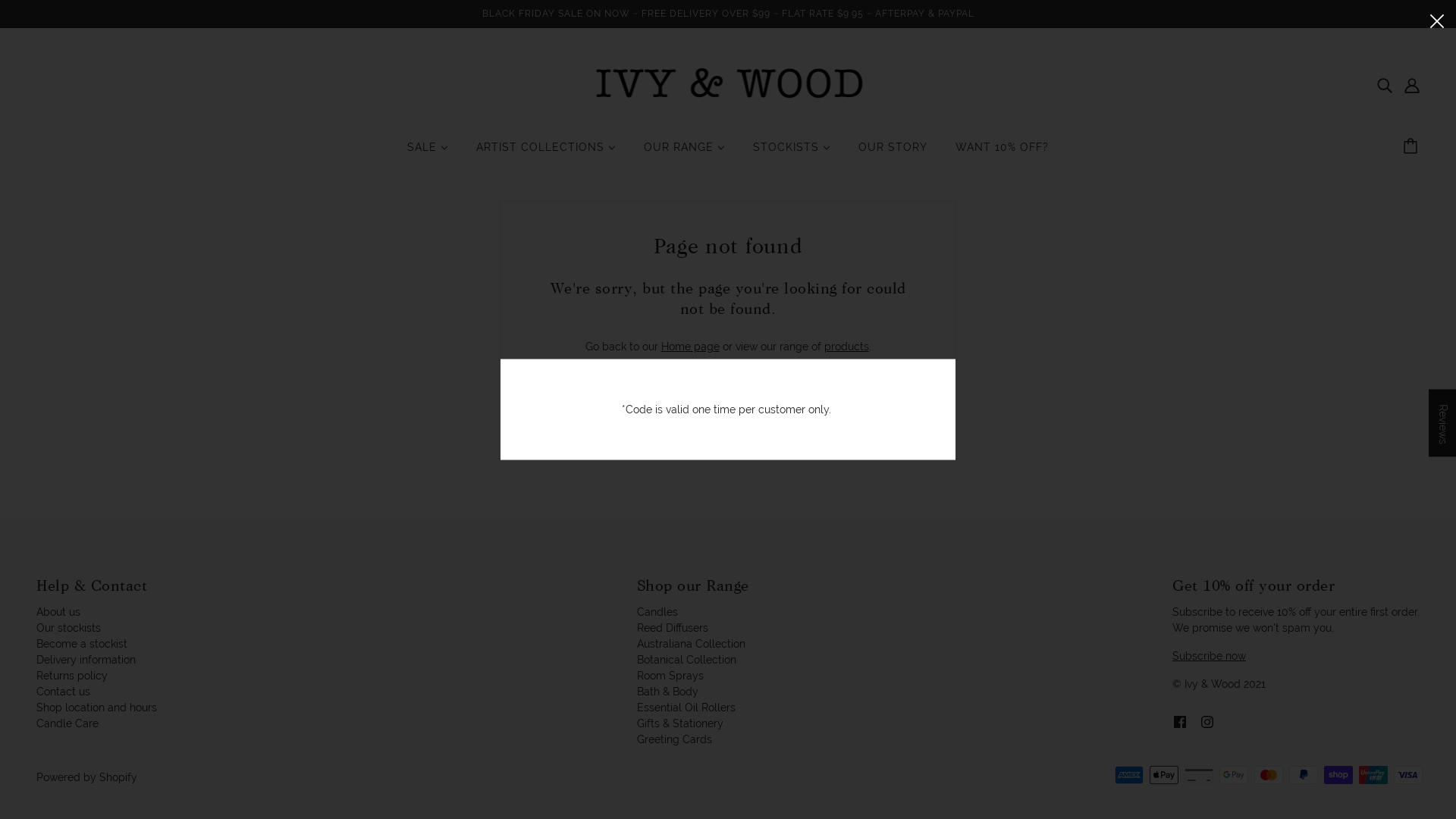 The image size is (1456, 819). I want to click on 'WANT 10% OFF?', so click(1002, 152).